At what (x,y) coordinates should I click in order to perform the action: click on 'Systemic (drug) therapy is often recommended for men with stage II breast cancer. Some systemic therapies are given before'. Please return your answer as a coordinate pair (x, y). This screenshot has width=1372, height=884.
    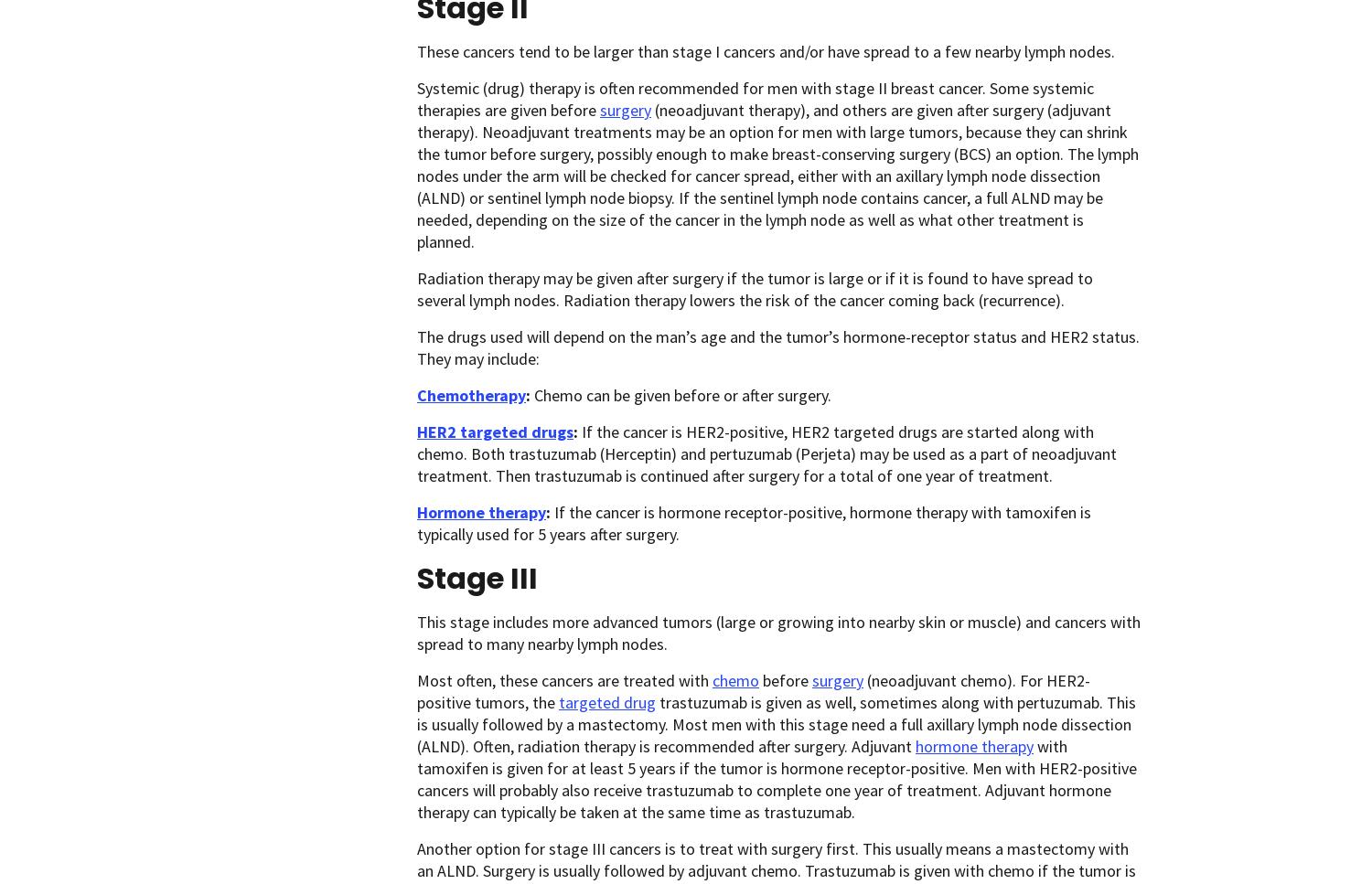
    Looking at the image, I should click on (755, 99).